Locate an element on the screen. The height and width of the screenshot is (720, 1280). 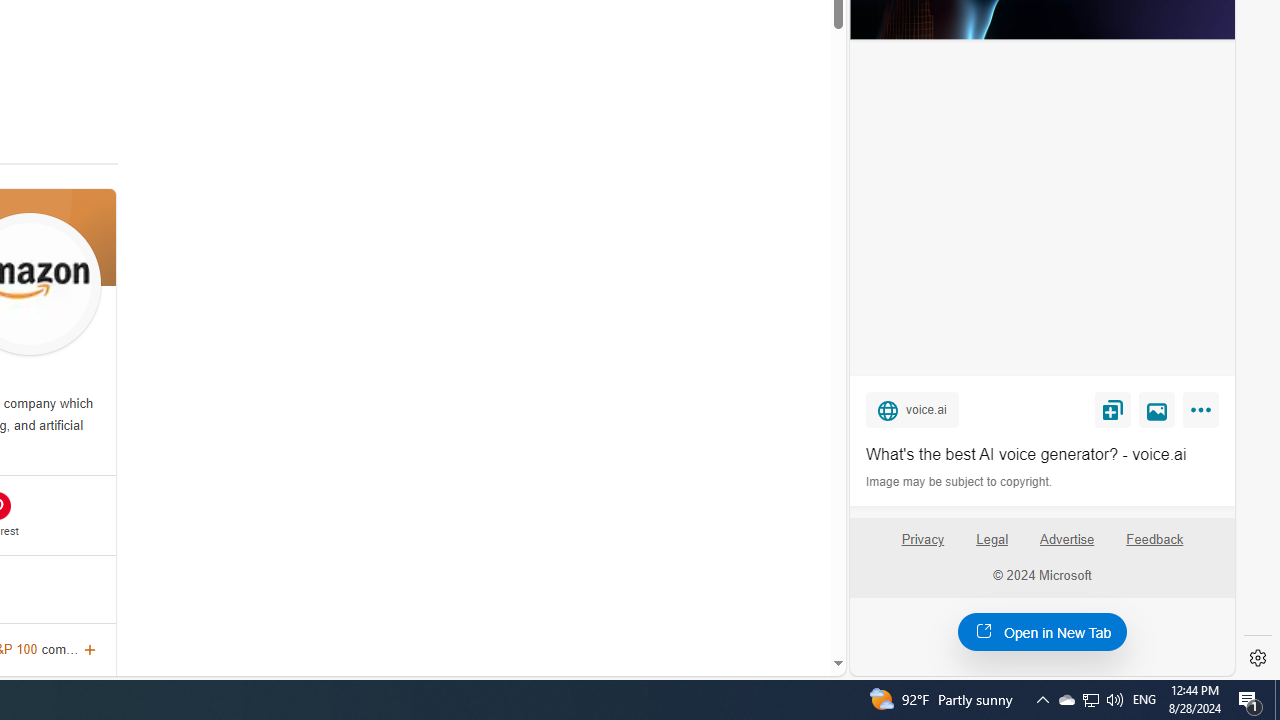
'Legal' is located at coordinates (992, 538).